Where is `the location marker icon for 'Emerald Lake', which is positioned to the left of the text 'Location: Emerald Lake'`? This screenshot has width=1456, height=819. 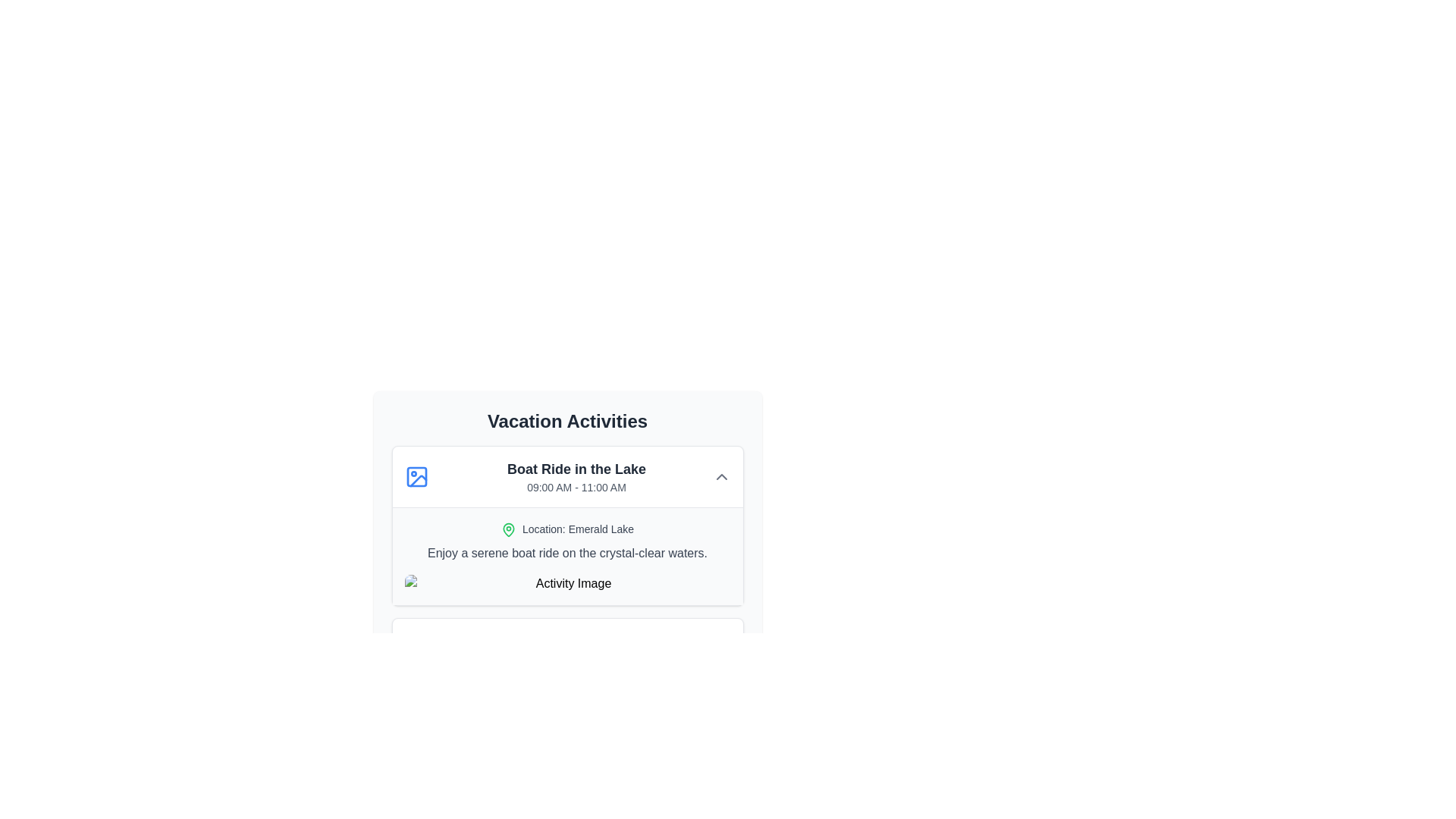
the location marker icon for 'Emerald Lake', which is positioned to the left of the text 'Location: Emerald Lake' is located at coordinates (508, 529).